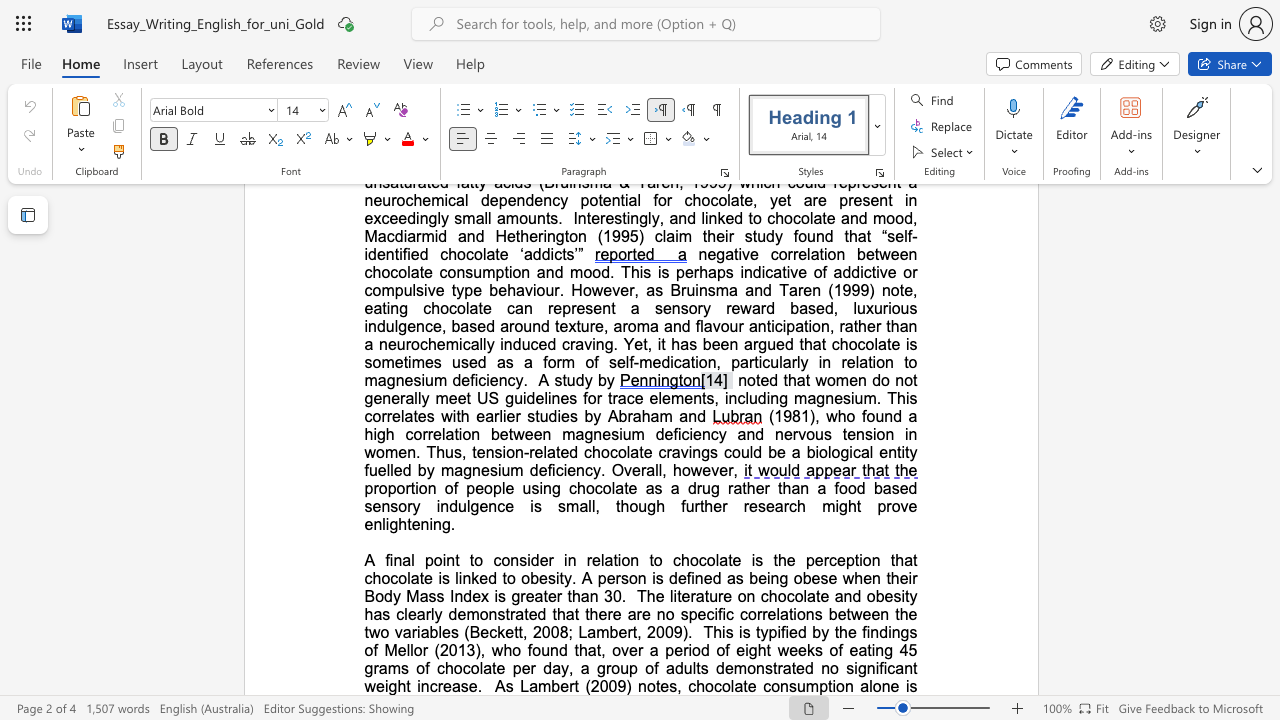  Describe the element at coordinates (436, 685) in the screenshot. I see `the subset text "rea" within the text "no significant weight increase"` at that location.